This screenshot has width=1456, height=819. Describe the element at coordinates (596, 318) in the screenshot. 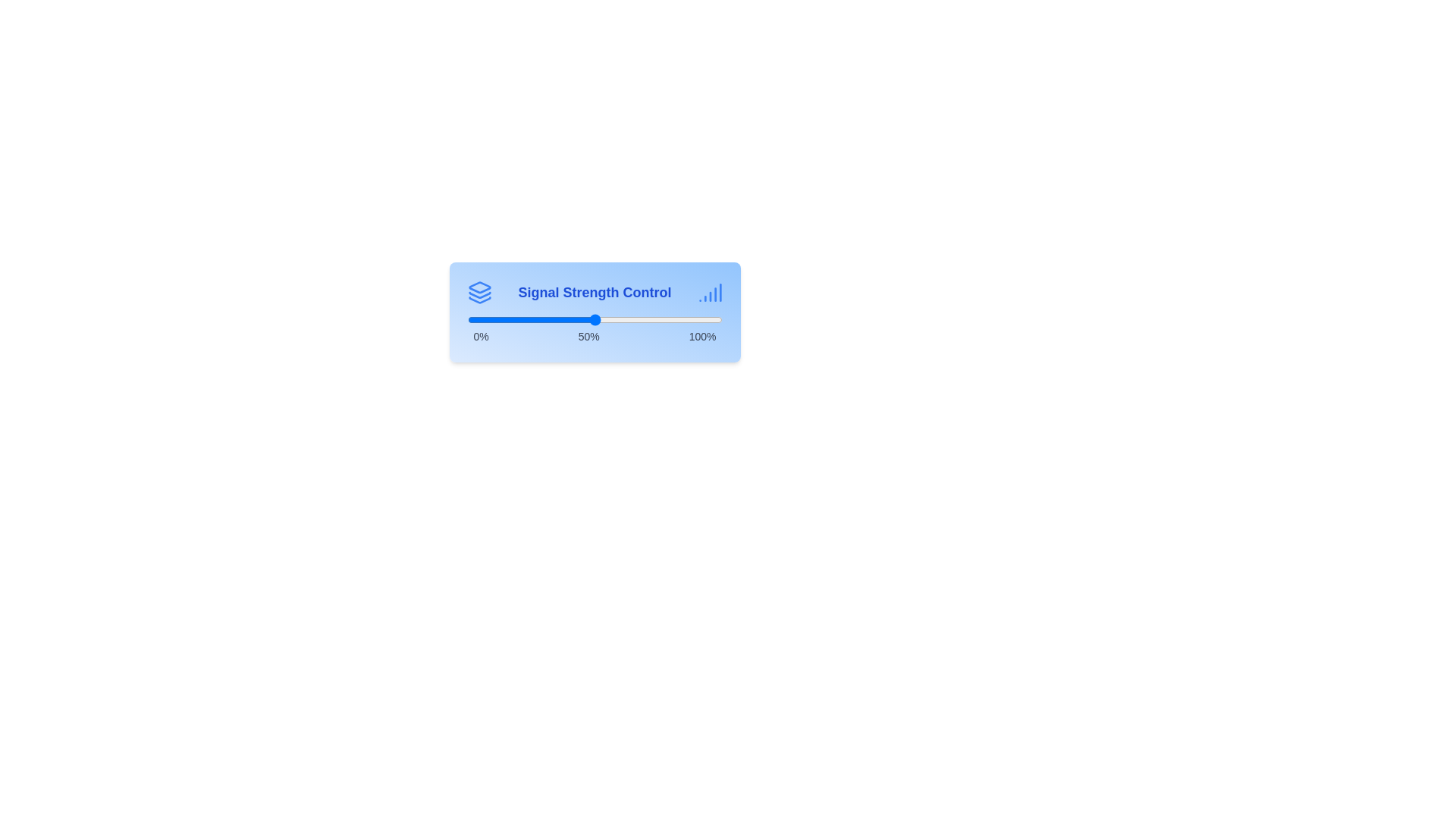

I see `the signal strength slider to 51%` at that location.